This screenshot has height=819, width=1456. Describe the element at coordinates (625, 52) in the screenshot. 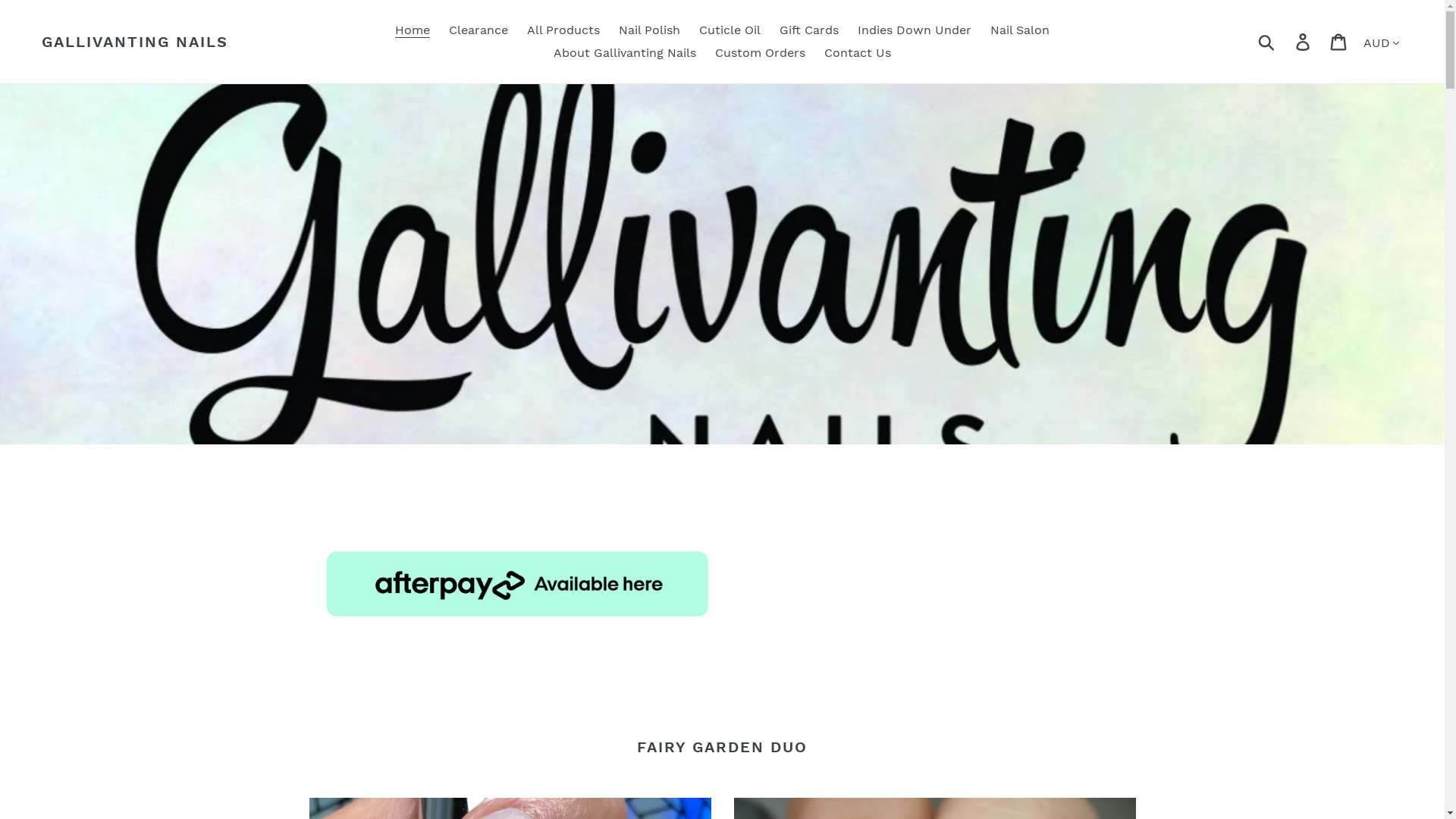

I see `'About Gallivanting Nails'` at that location.